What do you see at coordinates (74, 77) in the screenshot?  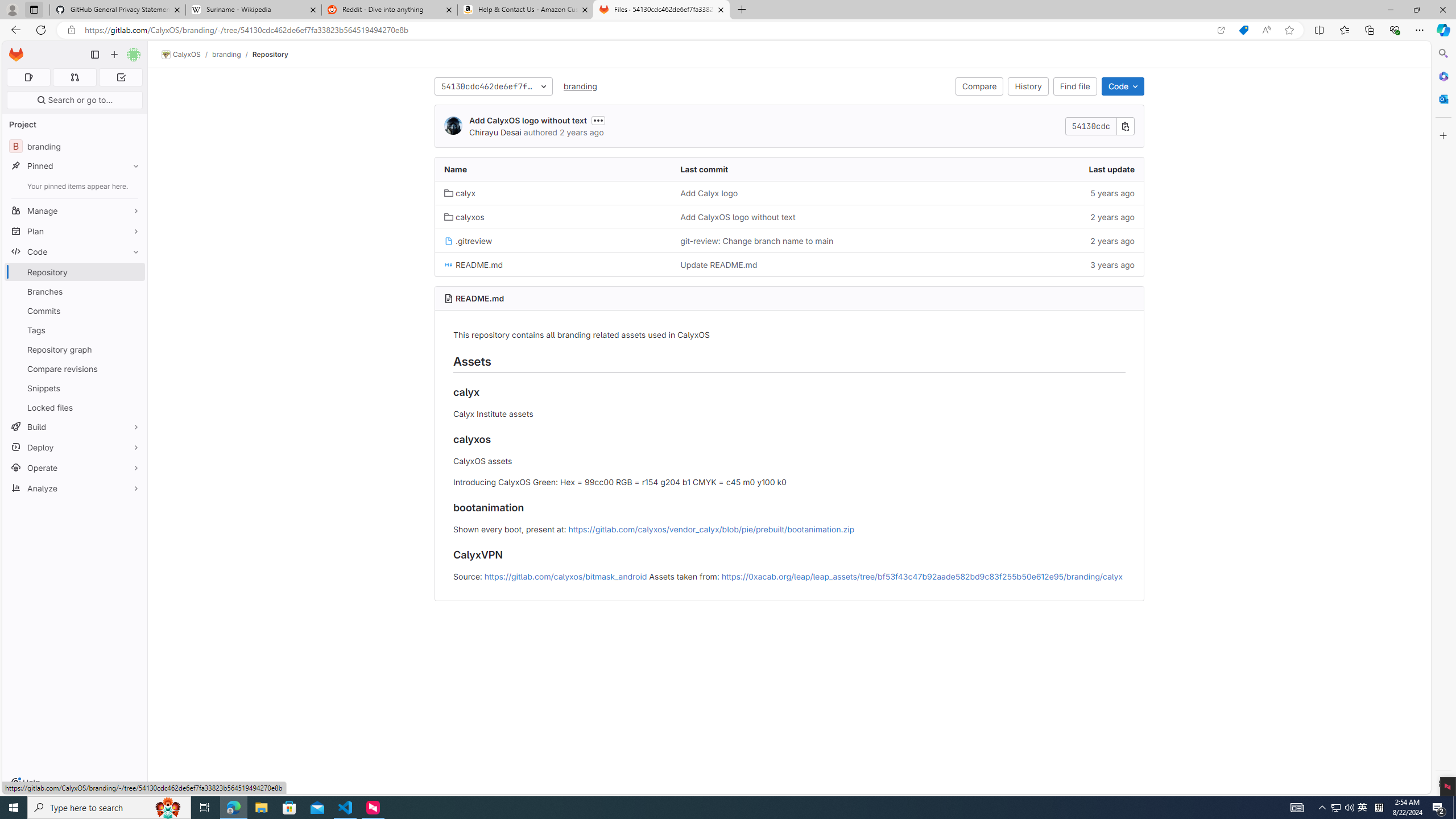 I see `'Merge requests 0'` at bounding box center [74, 77].